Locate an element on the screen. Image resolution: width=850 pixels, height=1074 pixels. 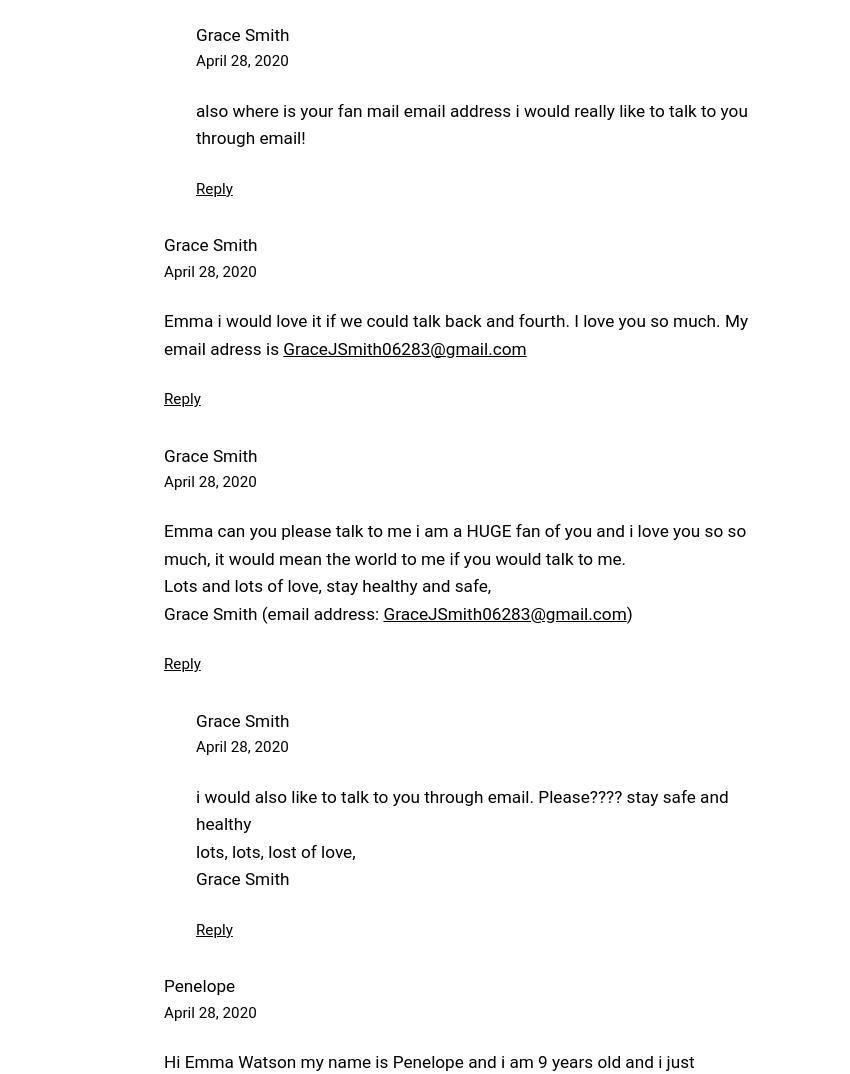
')' is located at coordinates (628, 613).